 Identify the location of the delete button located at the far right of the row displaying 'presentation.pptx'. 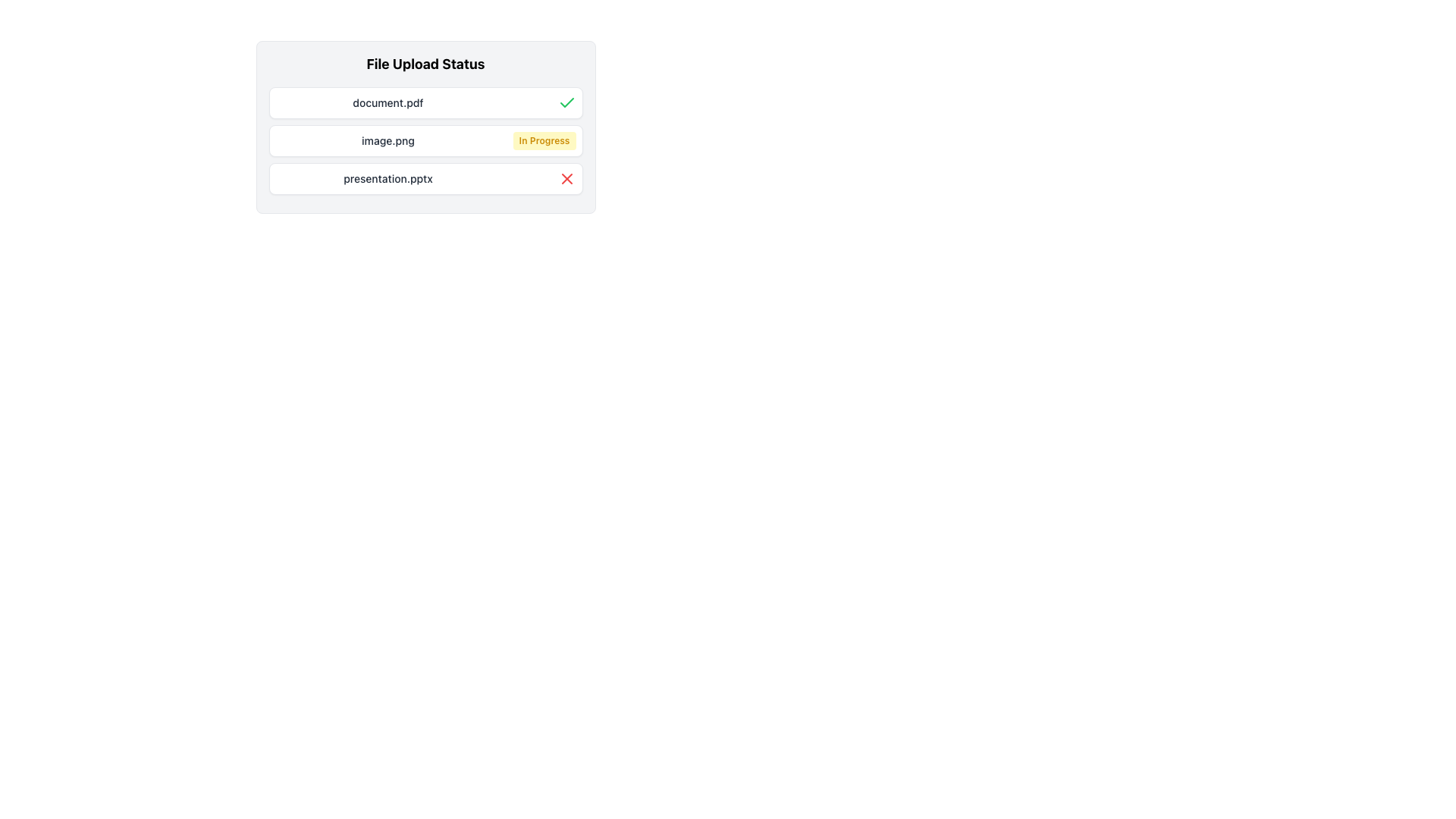
(566, 177).